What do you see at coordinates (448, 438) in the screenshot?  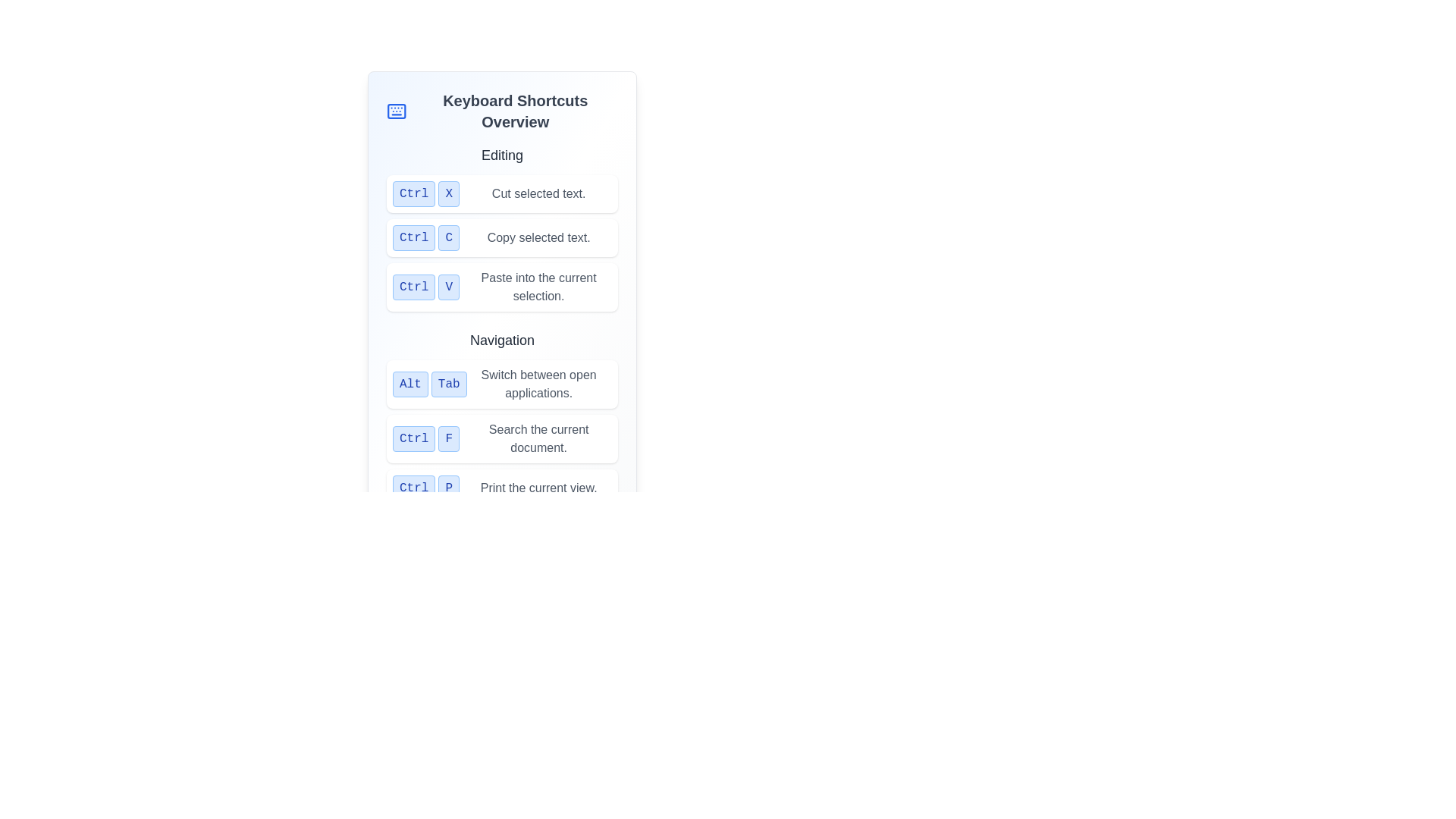 I see `the button-like UI element labeled 'F', which is part of the keyboard shortcut representation in the Navigation section, located to the right of the 'Search the current document.' description` at bounding box center [448, 438].